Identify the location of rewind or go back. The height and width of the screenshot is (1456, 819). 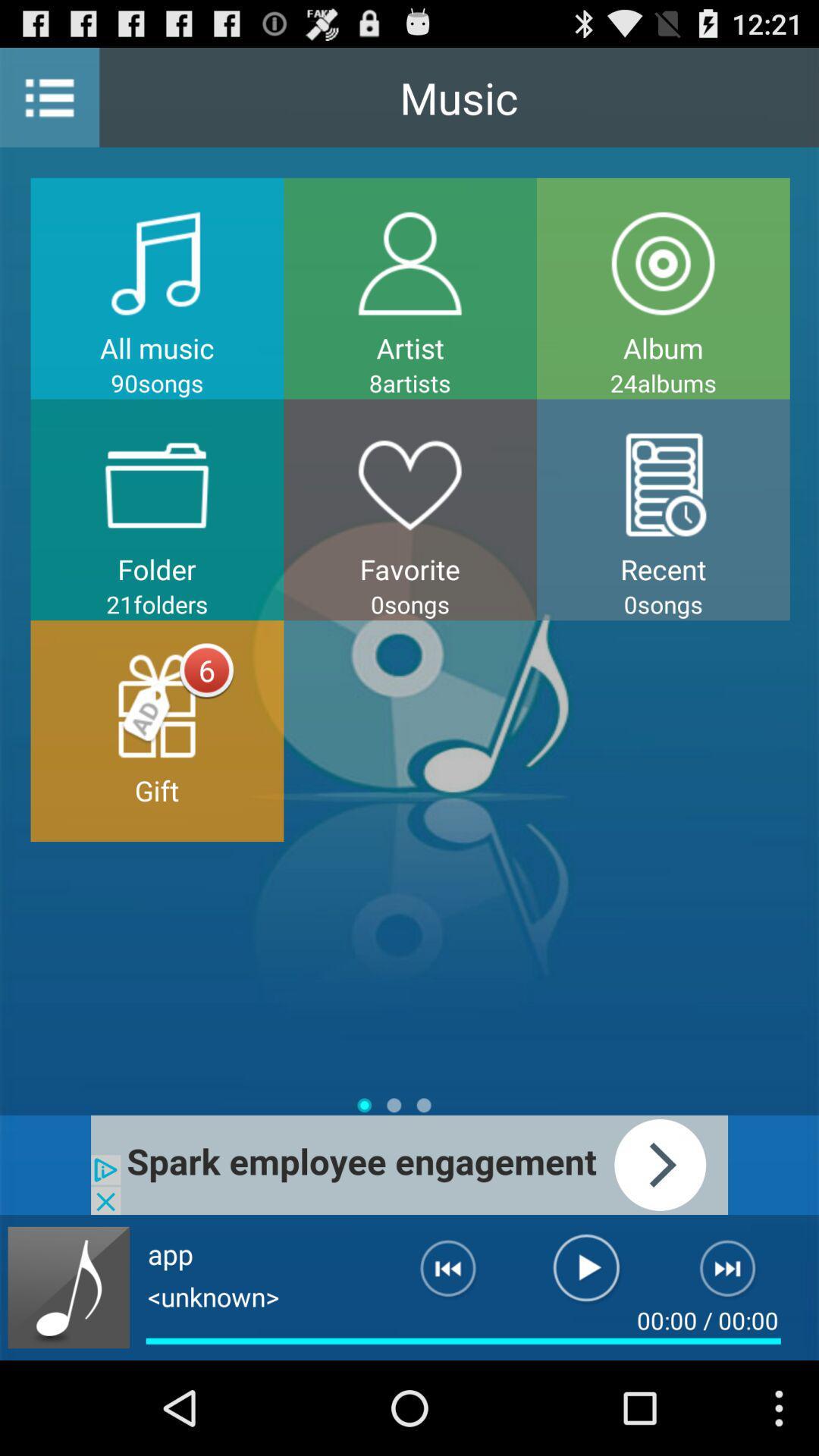
(436, 1274).